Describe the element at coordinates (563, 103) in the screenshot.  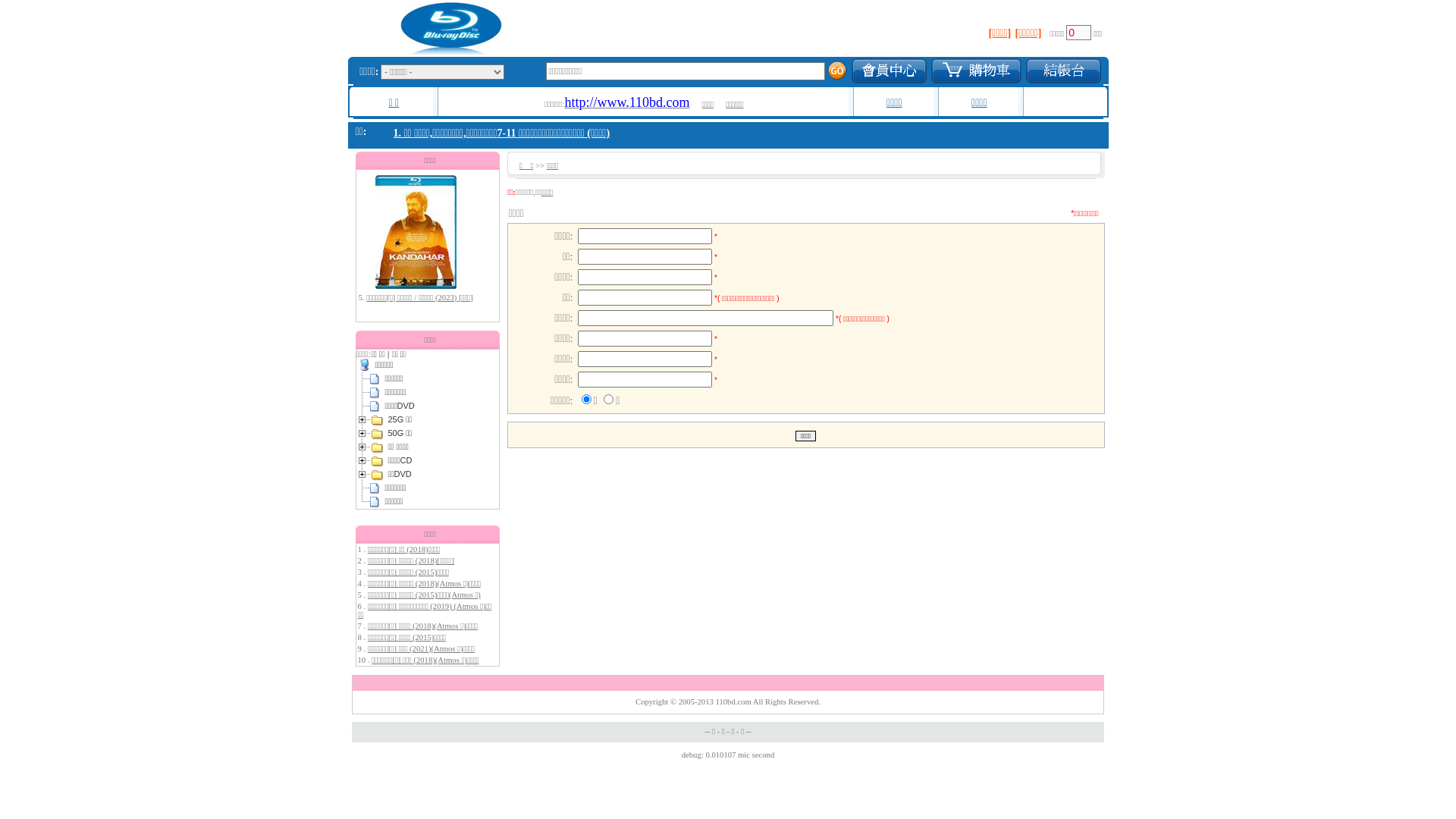
I see `'http://www.110bd.com'` at that location.